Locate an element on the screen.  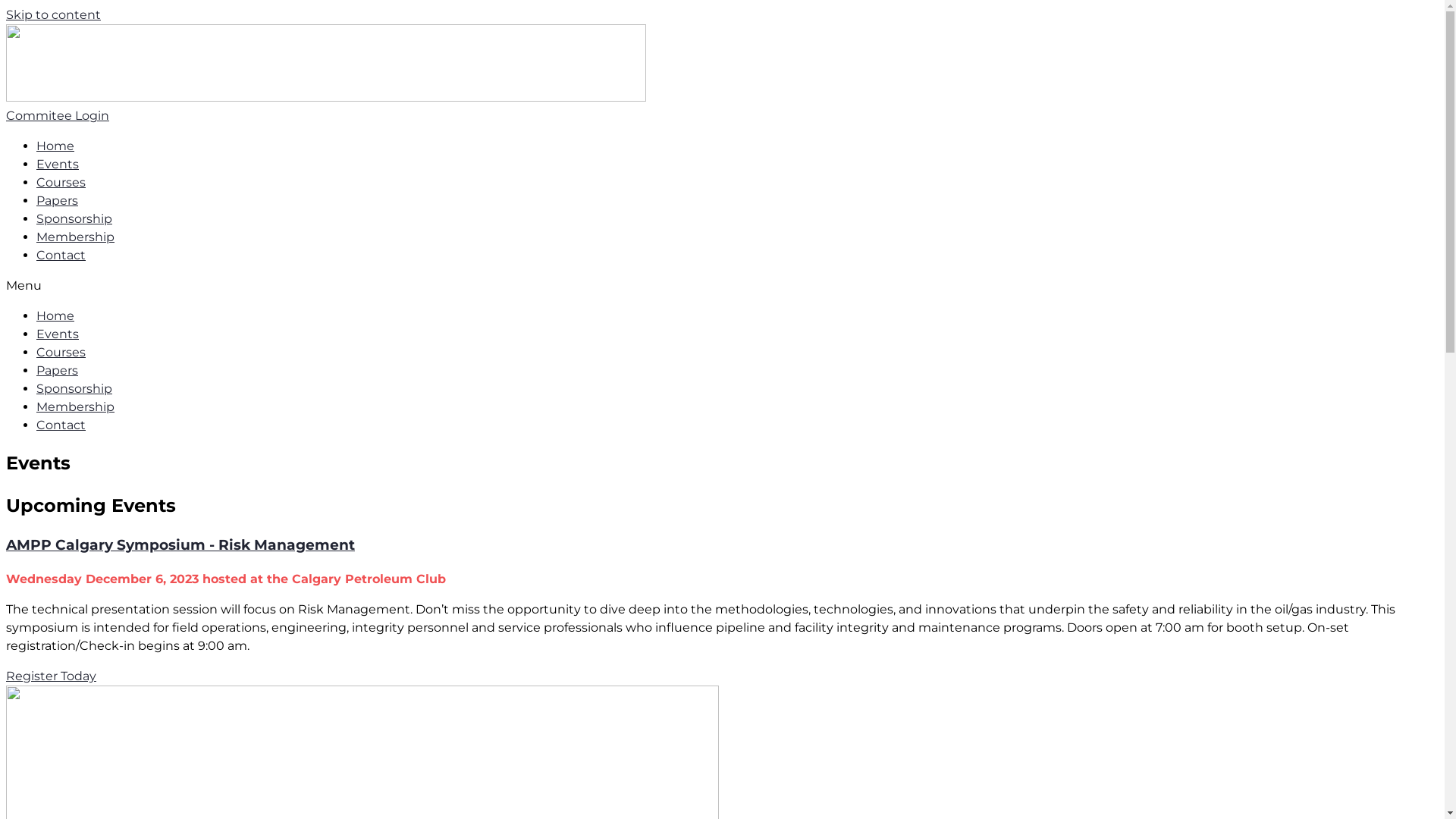
'Membership' is located at coordinates (74, 406).